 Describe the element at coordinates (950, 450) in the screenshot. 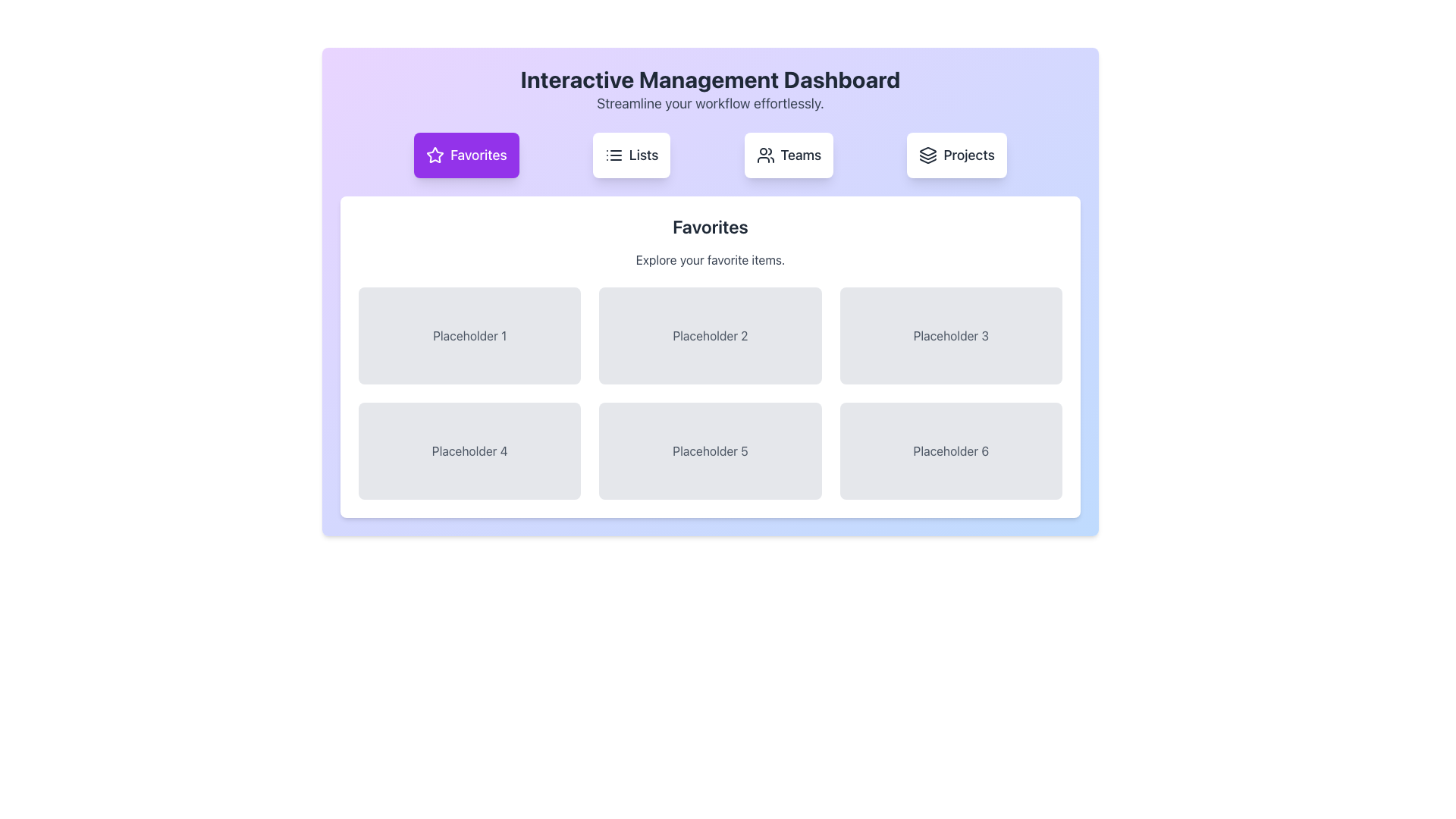

I see `the static placeholder element located in the bottom-right corner of a grid layout, specifically the sixth element in a two-row, three-column arrangement` at that location.